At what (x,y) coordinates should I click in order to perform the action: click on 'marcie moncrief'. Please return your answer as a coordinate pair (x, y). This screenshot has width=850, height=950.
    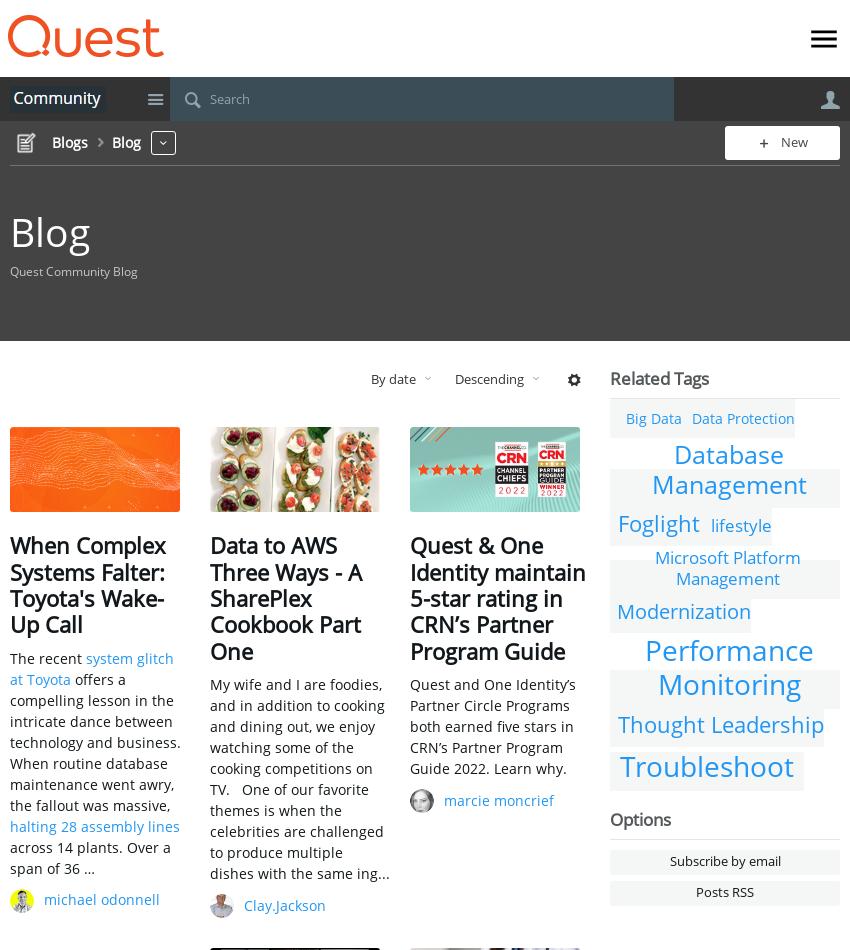
    Looking at the image, I should click on (499, 798).